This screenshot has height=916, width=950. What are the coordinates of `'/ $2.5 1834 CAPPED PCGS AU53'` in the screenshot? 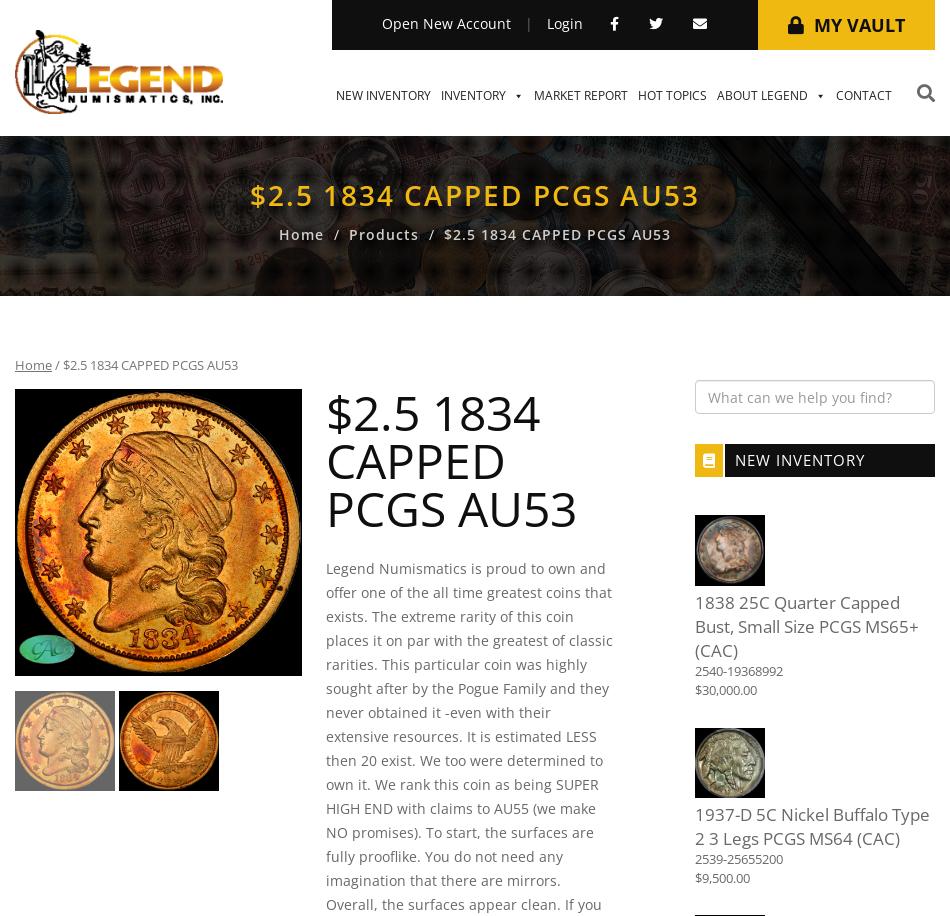 It's located at (144, 365).